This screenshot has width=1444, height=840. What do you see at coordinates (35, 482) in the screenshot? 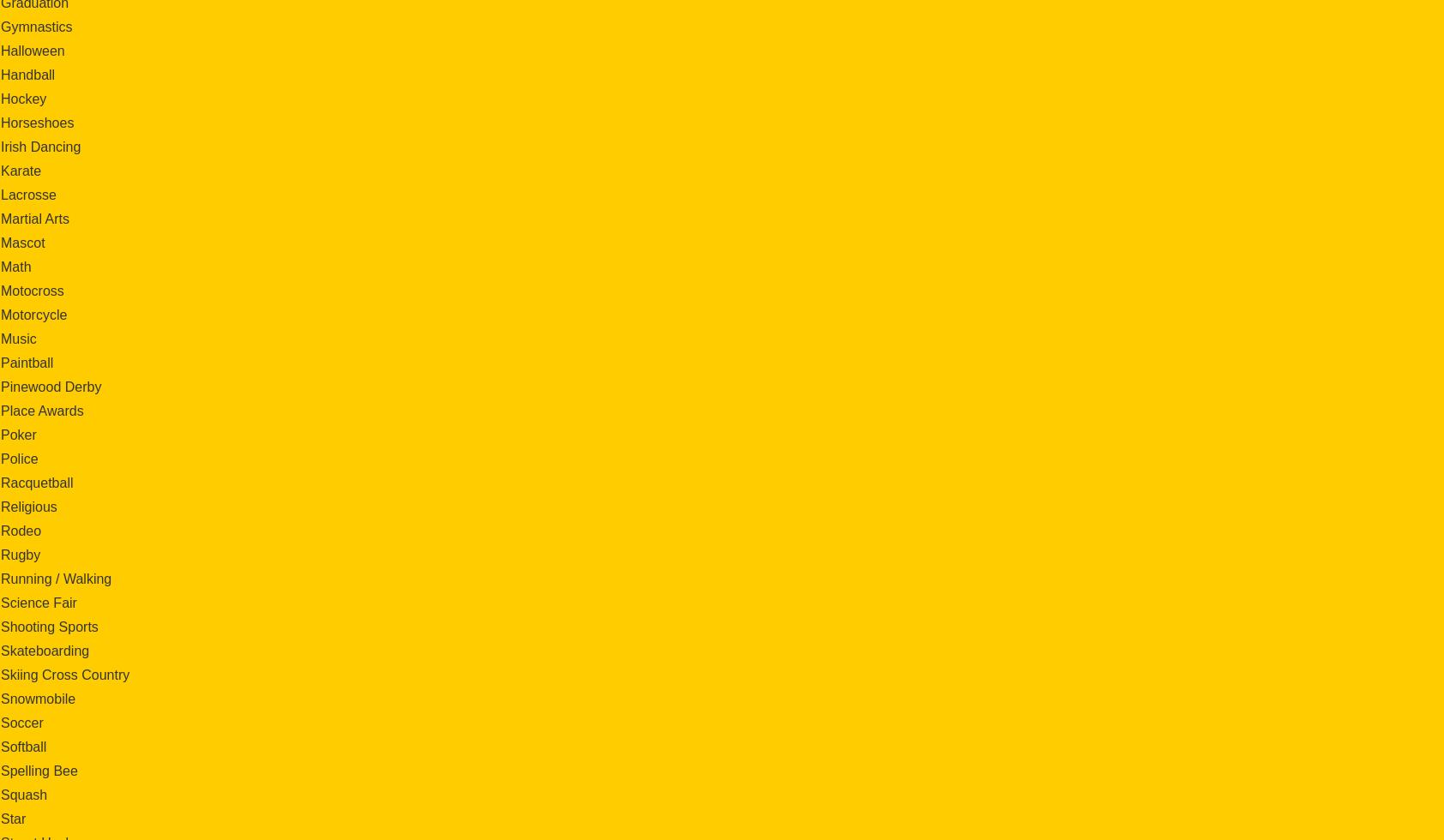
I see `'Racquetball'` at bounding box center [35, 482].